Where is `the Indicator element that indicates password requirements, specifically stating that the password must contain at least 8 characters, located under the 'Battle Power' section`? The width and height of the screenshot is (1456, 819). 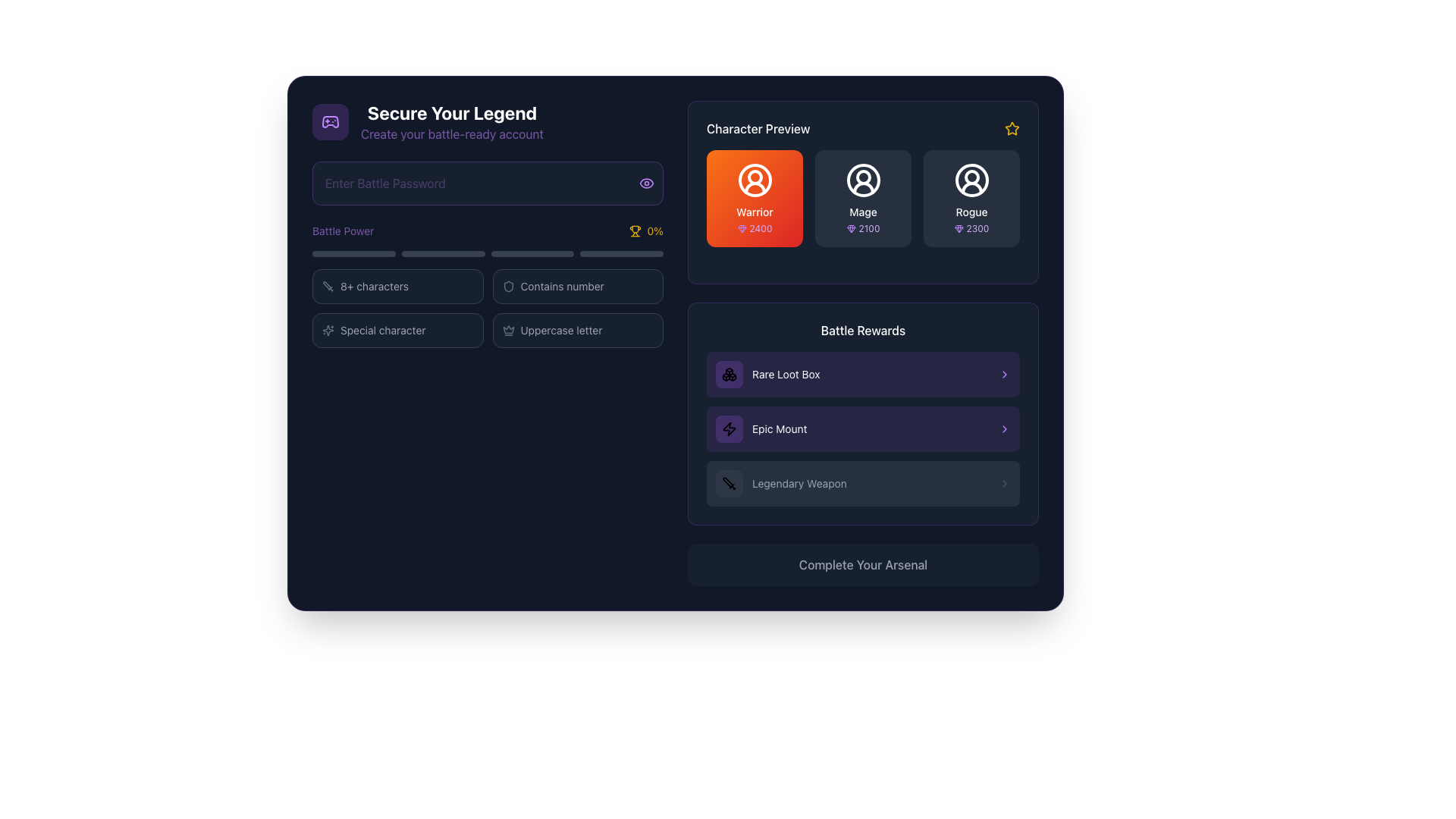
the Indicator element that indicates password requirements, specifically stating that the password must contain at least 8 characters, located under the 'Battle Power' section is located at coordinates (397, 287).